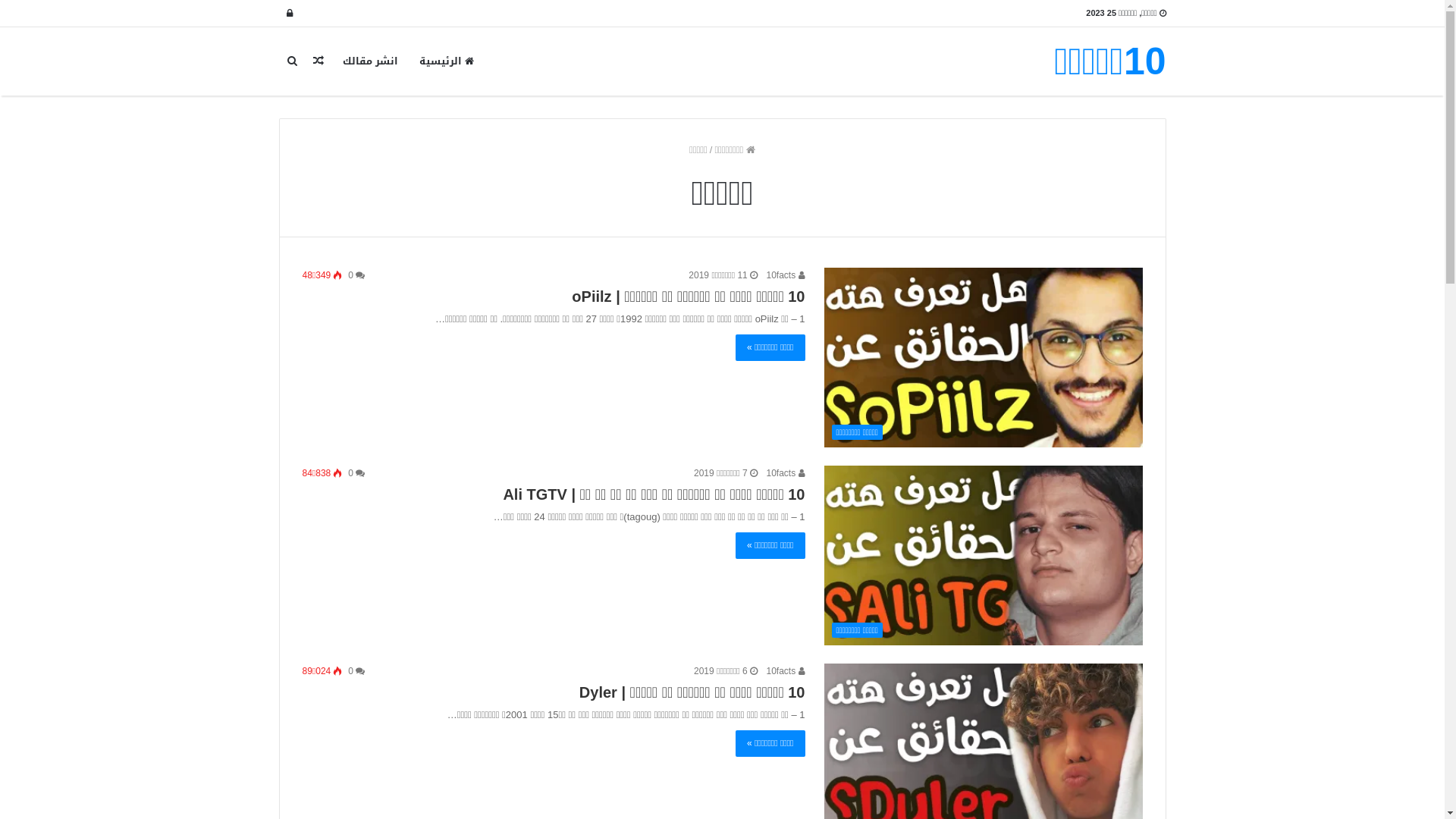  What do you see at coordinates (785, 275) in the screenshot?
I see `'10facts'` at bounding box center [785, 275].